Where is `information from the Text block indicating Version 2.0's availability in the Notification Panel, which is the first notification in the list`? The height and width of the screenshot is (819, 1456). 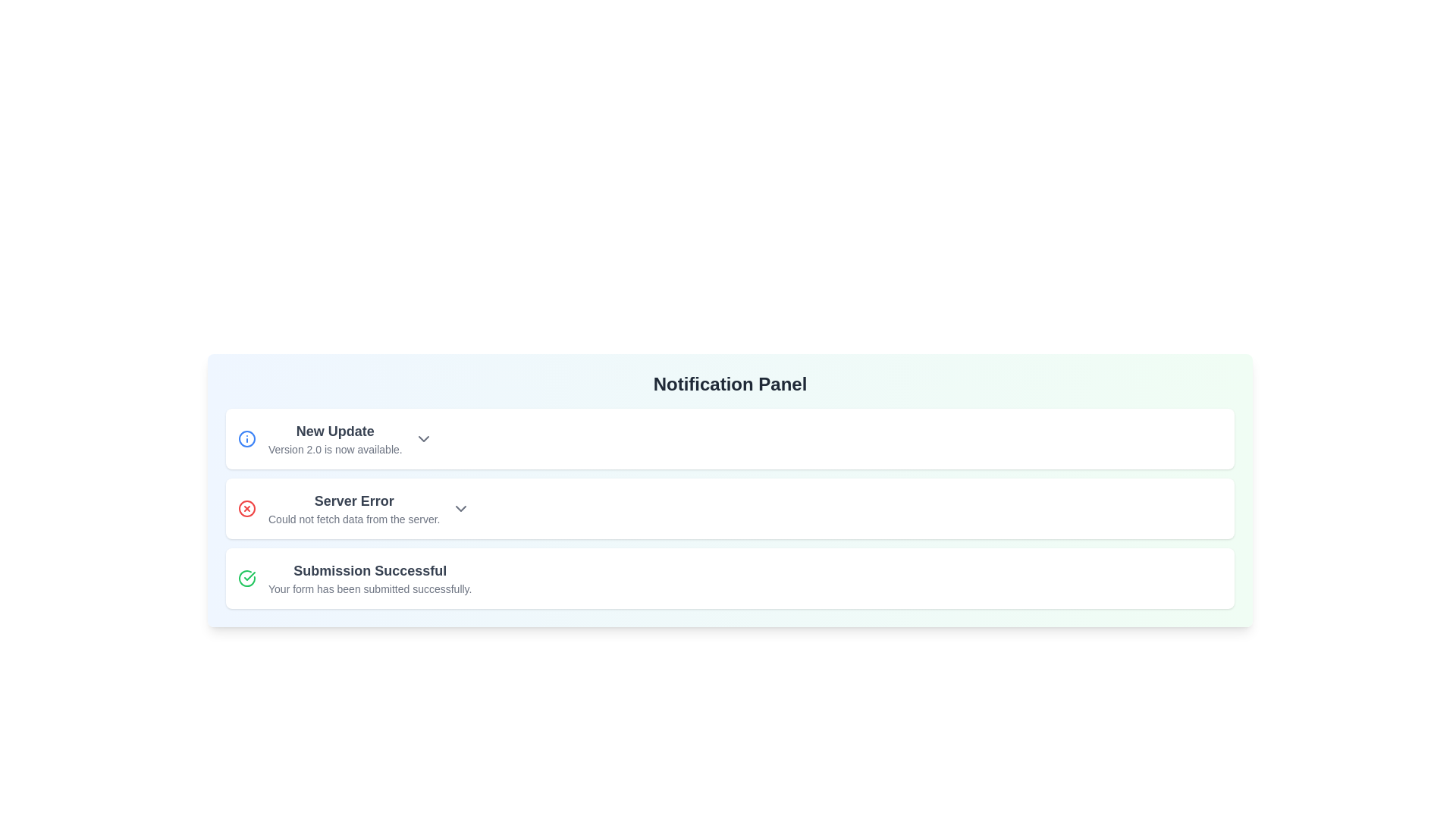 information from the Text block indicating Version 2.0's availability in the Notification Panel, which is the first notification in the list is located at coordinates (334, 438).